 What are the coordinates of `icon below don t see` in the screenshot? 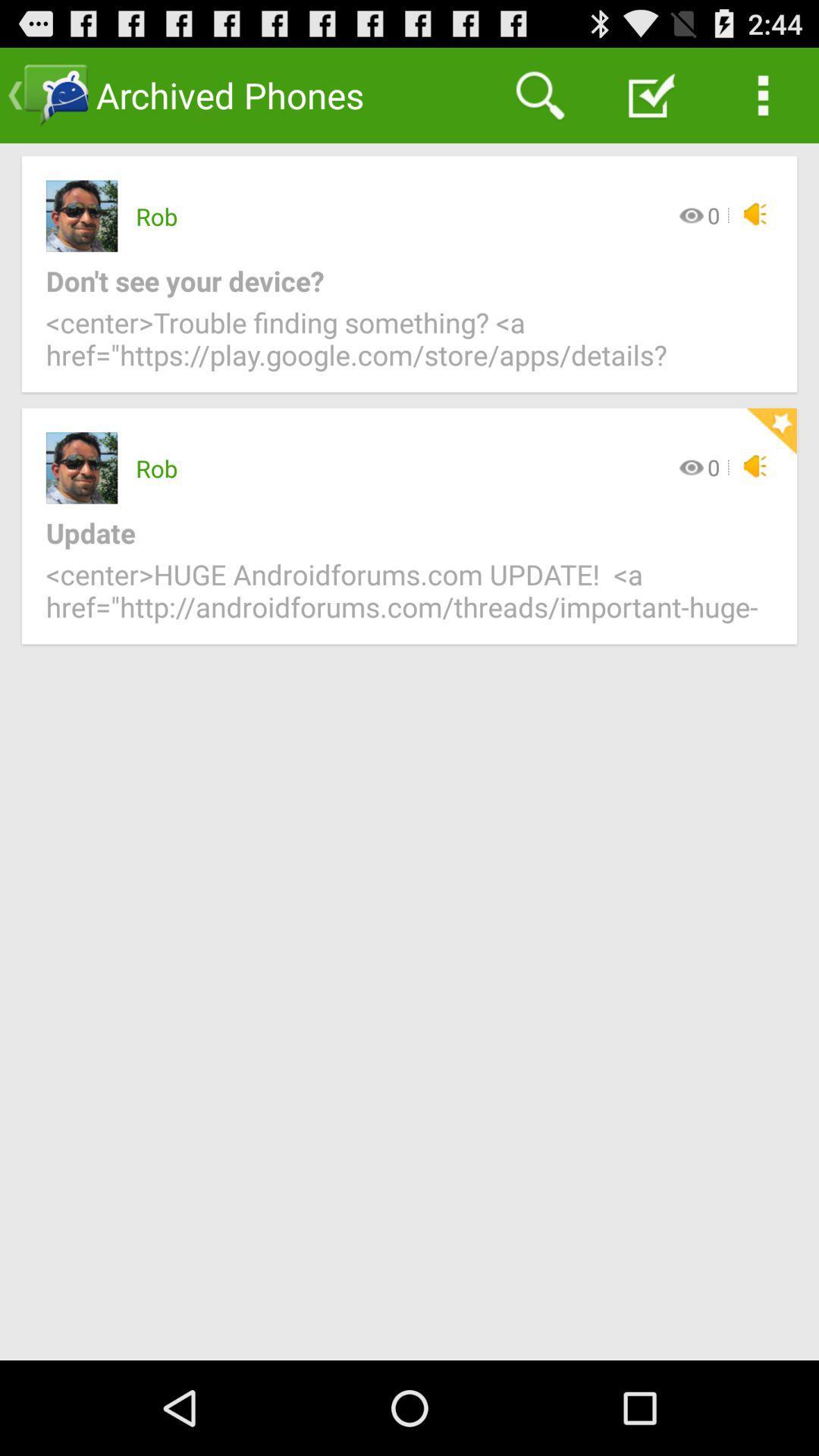 It's located at (409, 347).